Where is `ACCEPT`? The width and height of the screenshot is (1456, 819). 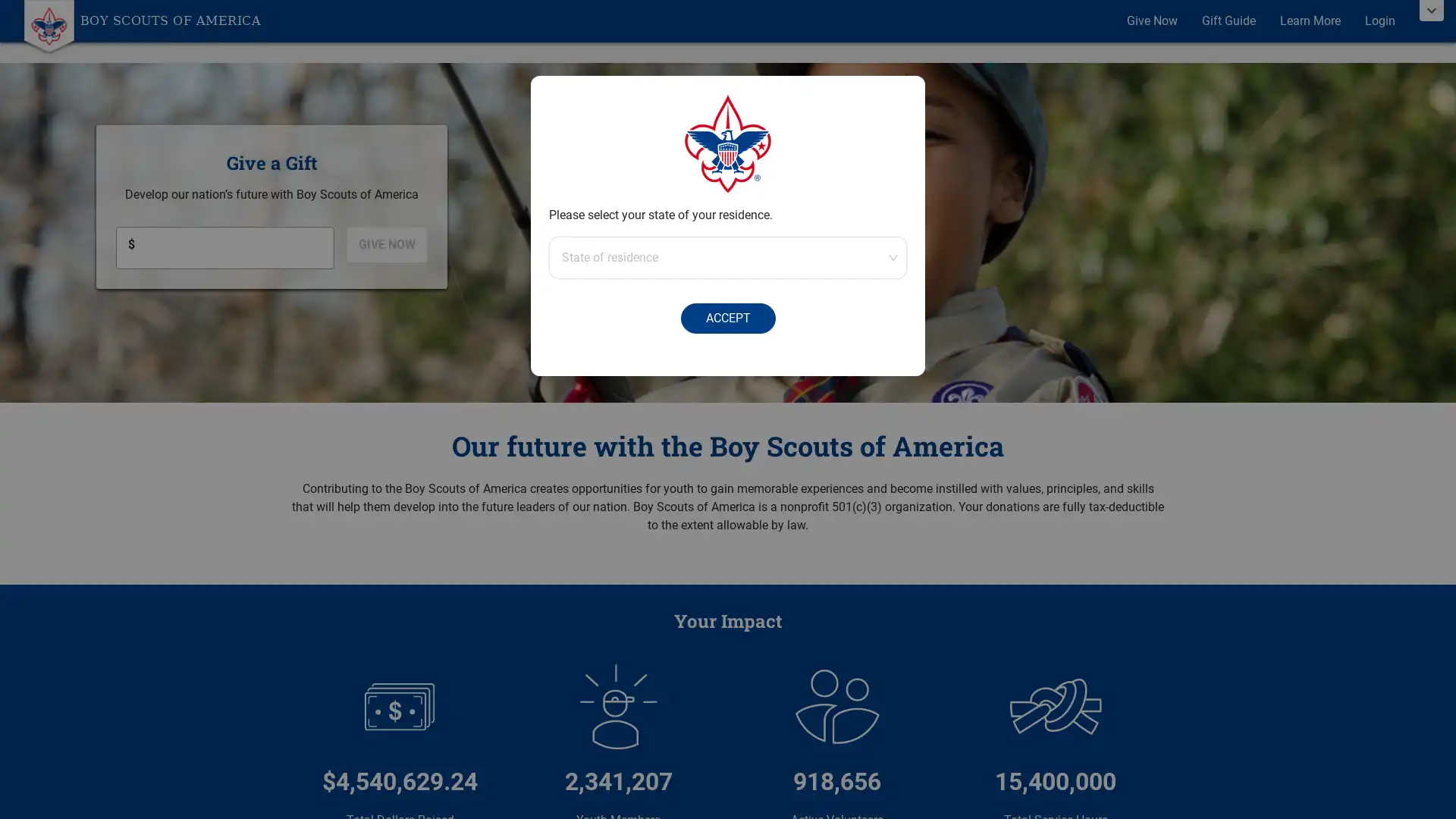 ACCEPT is located at coordinates (726, 318).